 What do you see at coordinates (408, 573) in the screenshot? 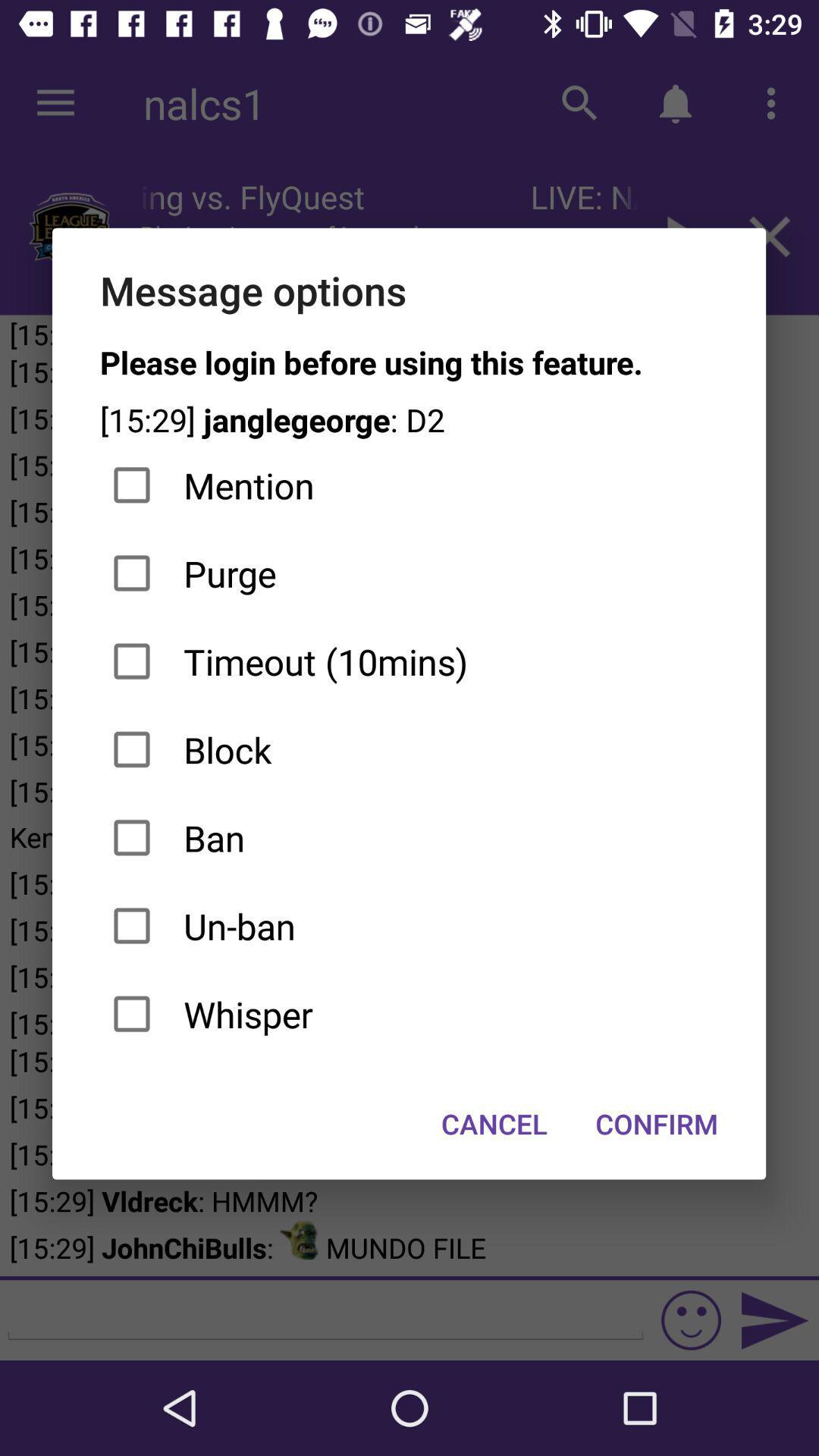
I see `purge` at bounding box center [408, 573].